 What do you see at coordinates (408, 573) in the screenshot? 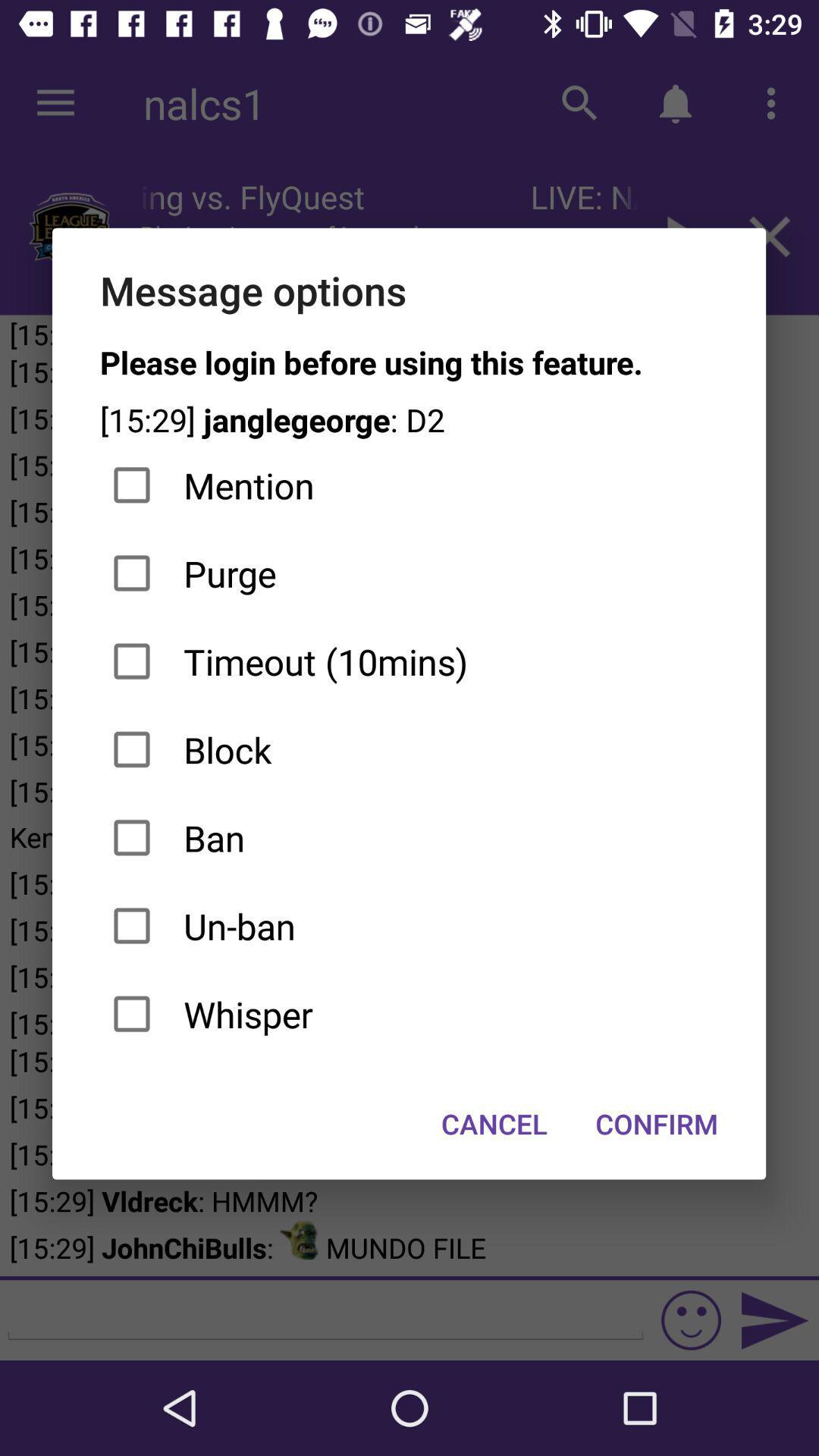
I see `purge` at bounding box center [408, 573].